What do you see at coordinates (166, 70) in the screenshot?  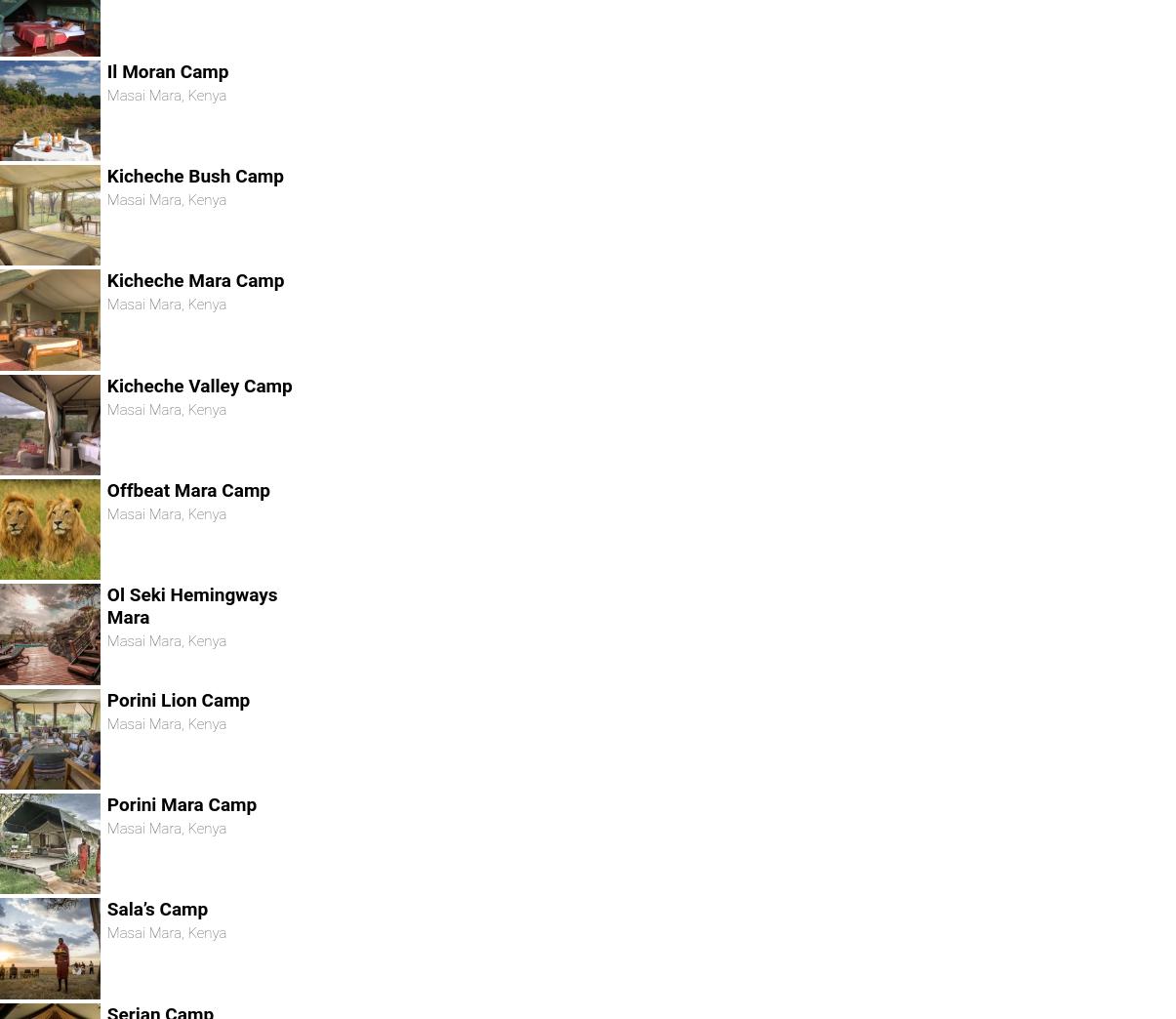 I see `'Il Moran Camp'` at bounding box center [166, 70].